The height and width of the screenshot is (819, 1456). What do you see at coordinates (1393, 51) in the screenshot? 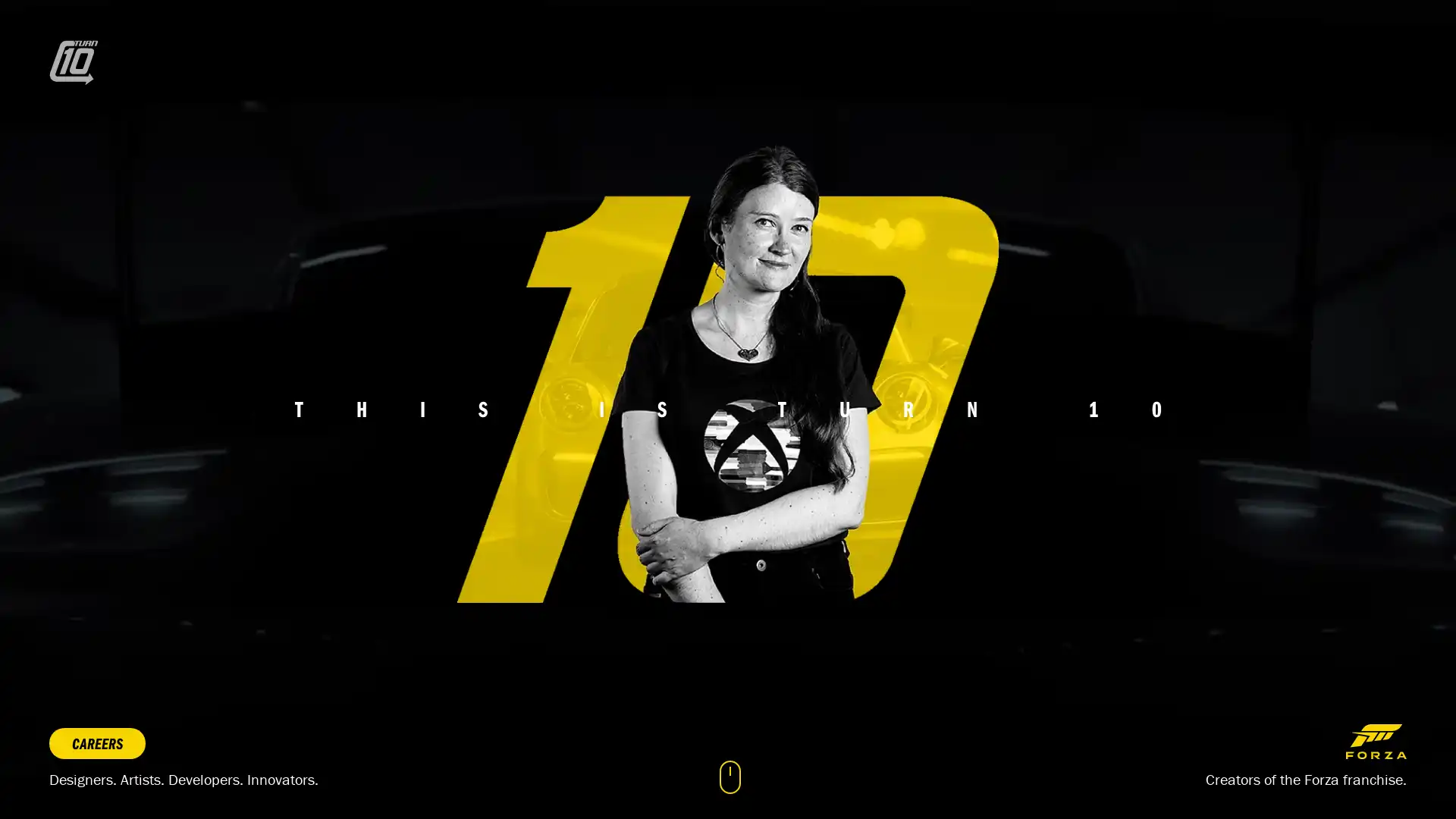
I see `Toggle navigation` at bounding box center [1393, 51].